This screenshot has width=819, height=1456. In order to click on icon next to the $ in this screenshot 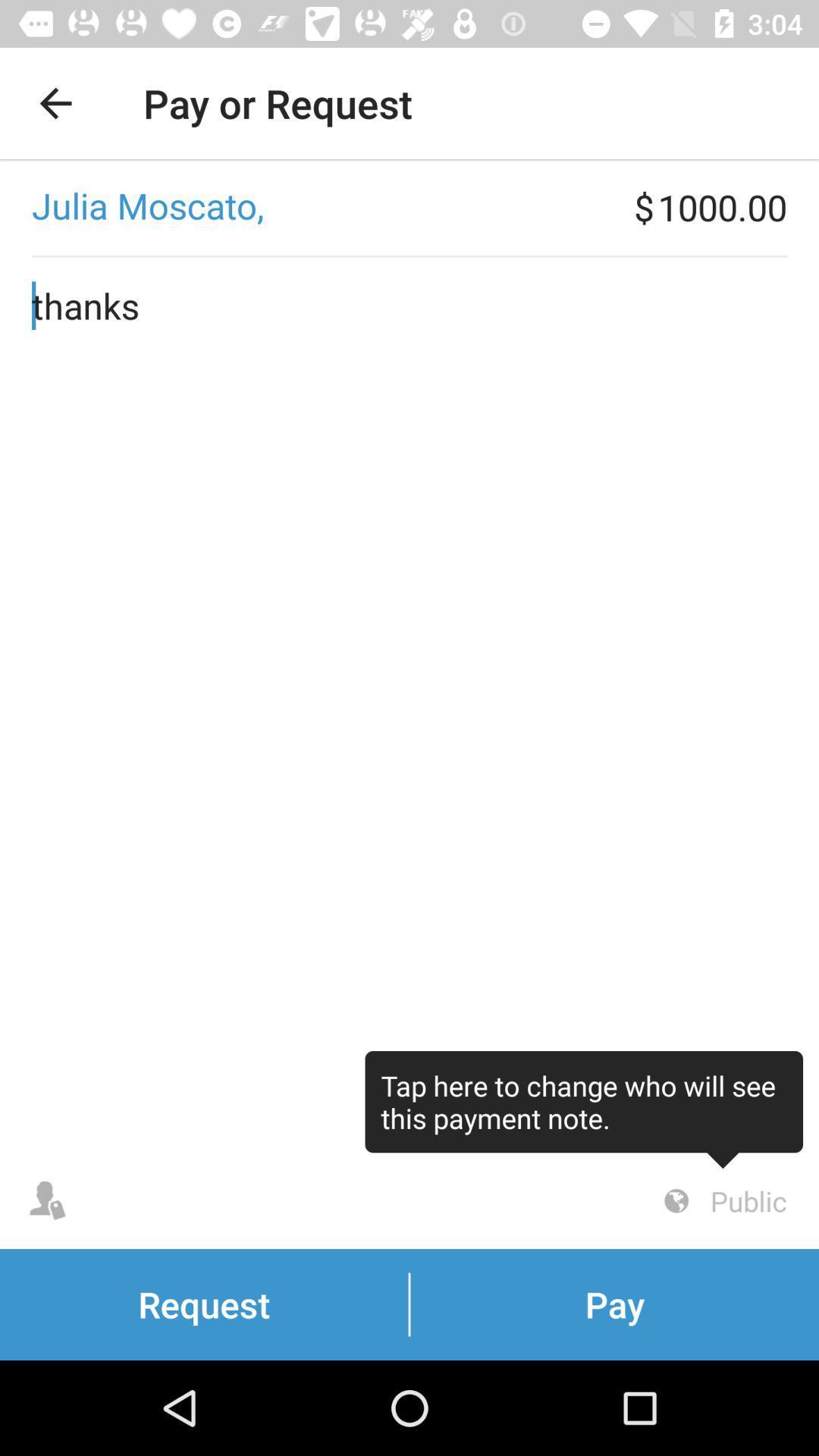, I will do `click(316, 206)`.